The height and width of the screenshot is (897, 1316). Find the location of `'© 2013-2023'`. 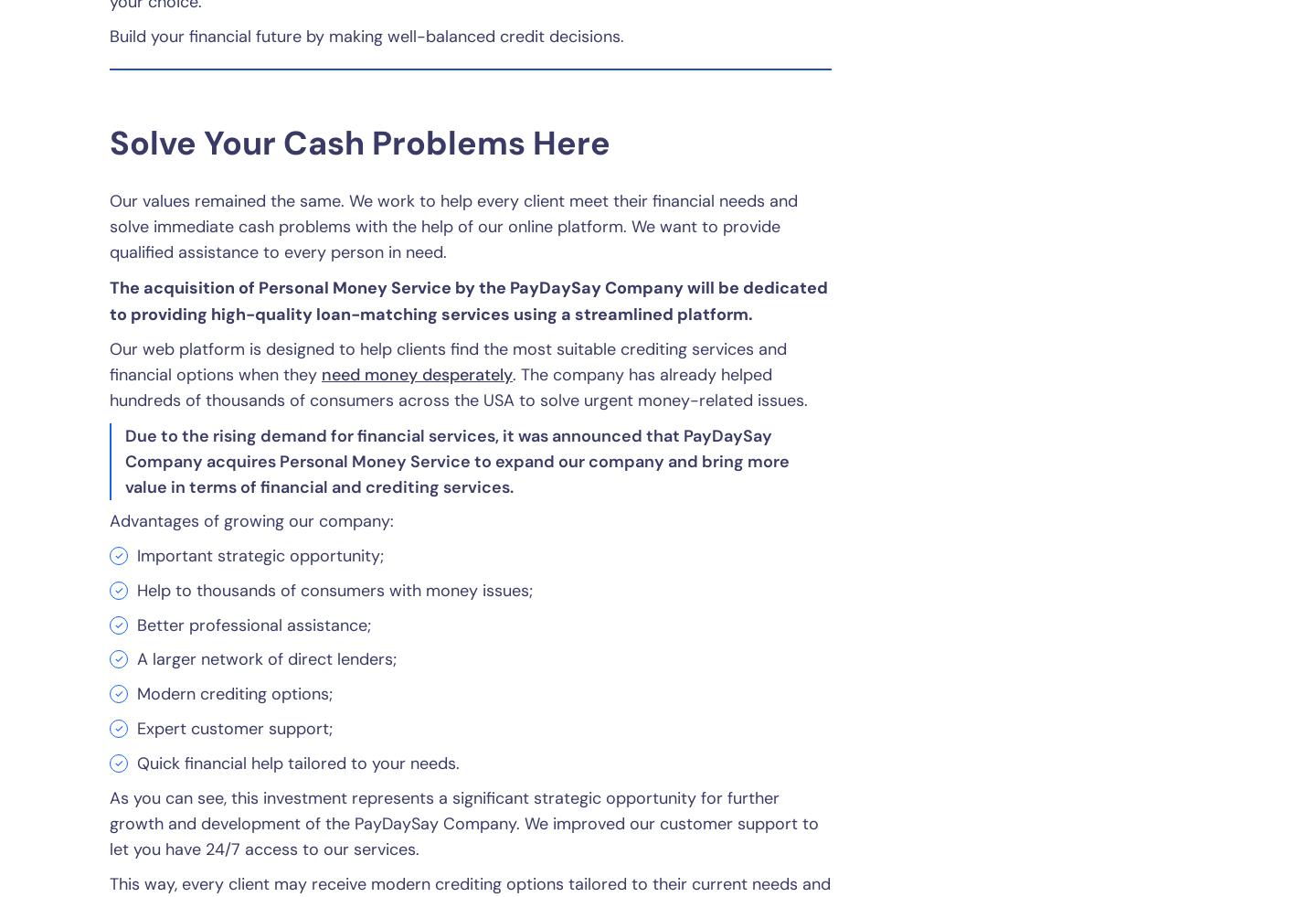

'© 2013-2023' is located at coordinates (722, 680).